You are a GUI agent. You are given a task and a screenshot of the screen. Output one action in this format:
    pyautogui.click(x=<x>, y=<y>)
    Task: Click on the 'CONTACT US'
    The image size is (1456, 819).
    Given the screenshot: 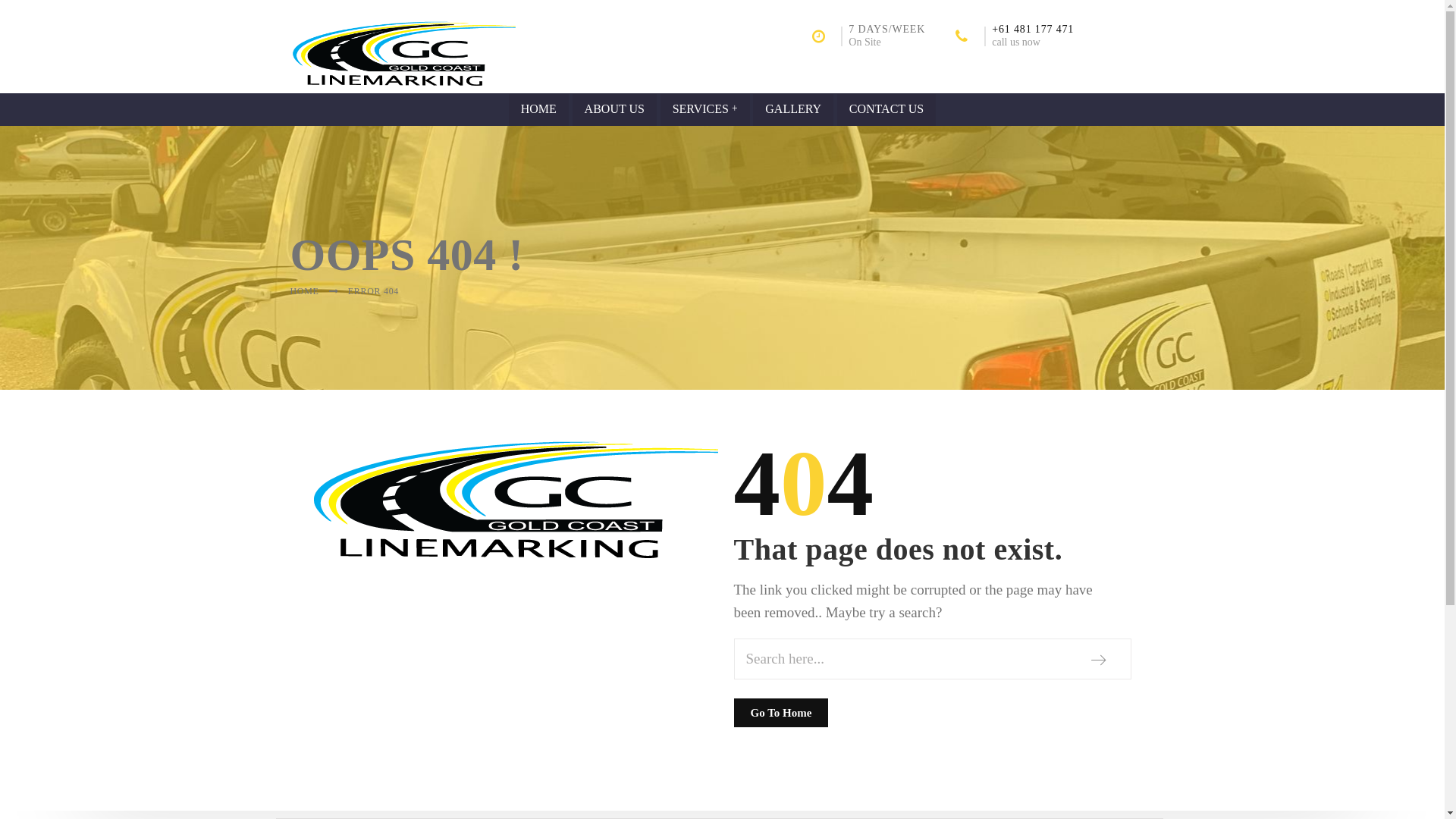 What is the action you would take?
    pyautogui.click(x=886, y=109)
    